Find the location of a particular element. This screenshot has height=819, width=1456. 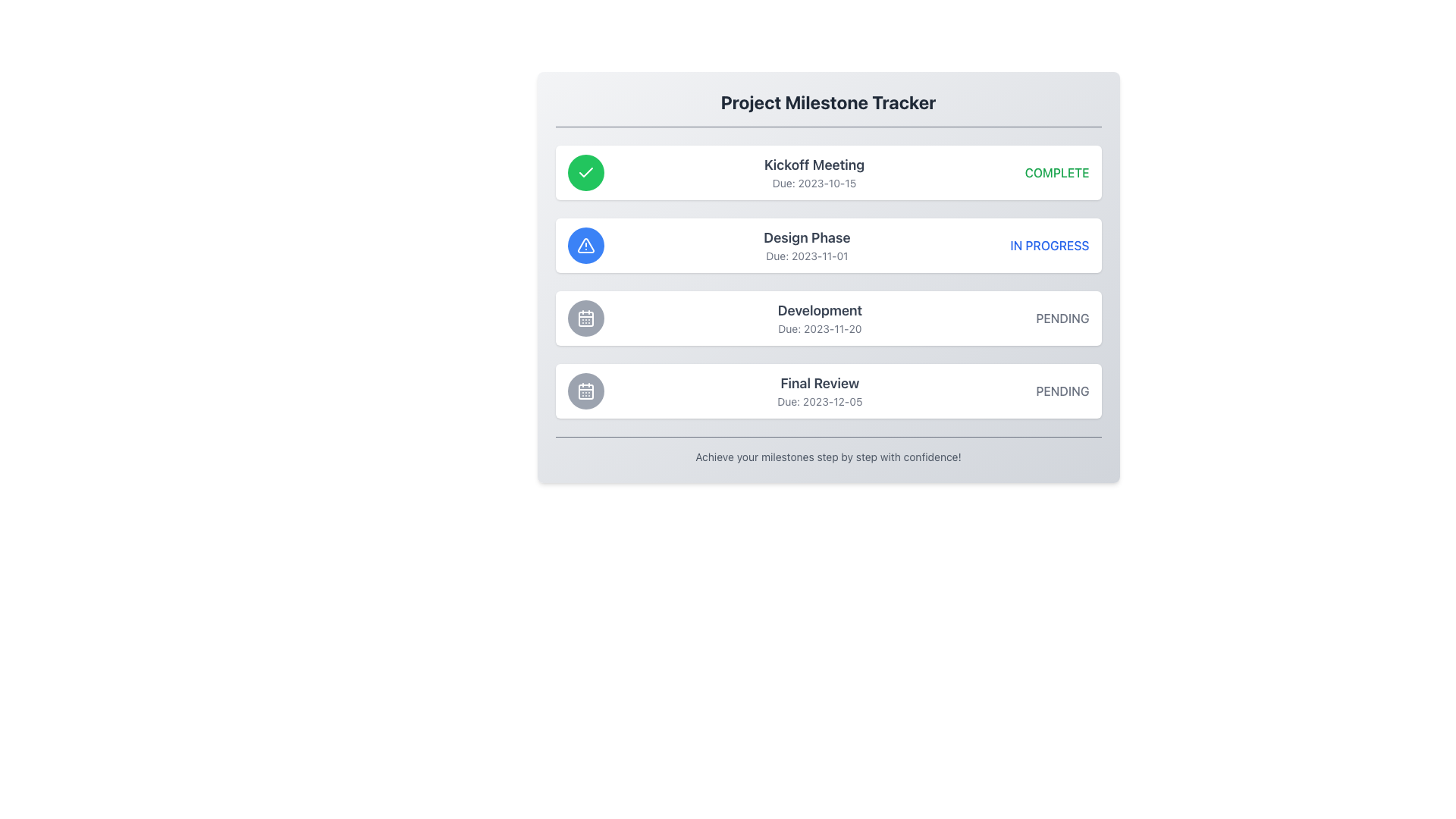

the calendar icon representing the 'Development' milestone with a due date of 2023-11-20, located in the Project Milestone Tracker interface is located at coordinates (585, 318).